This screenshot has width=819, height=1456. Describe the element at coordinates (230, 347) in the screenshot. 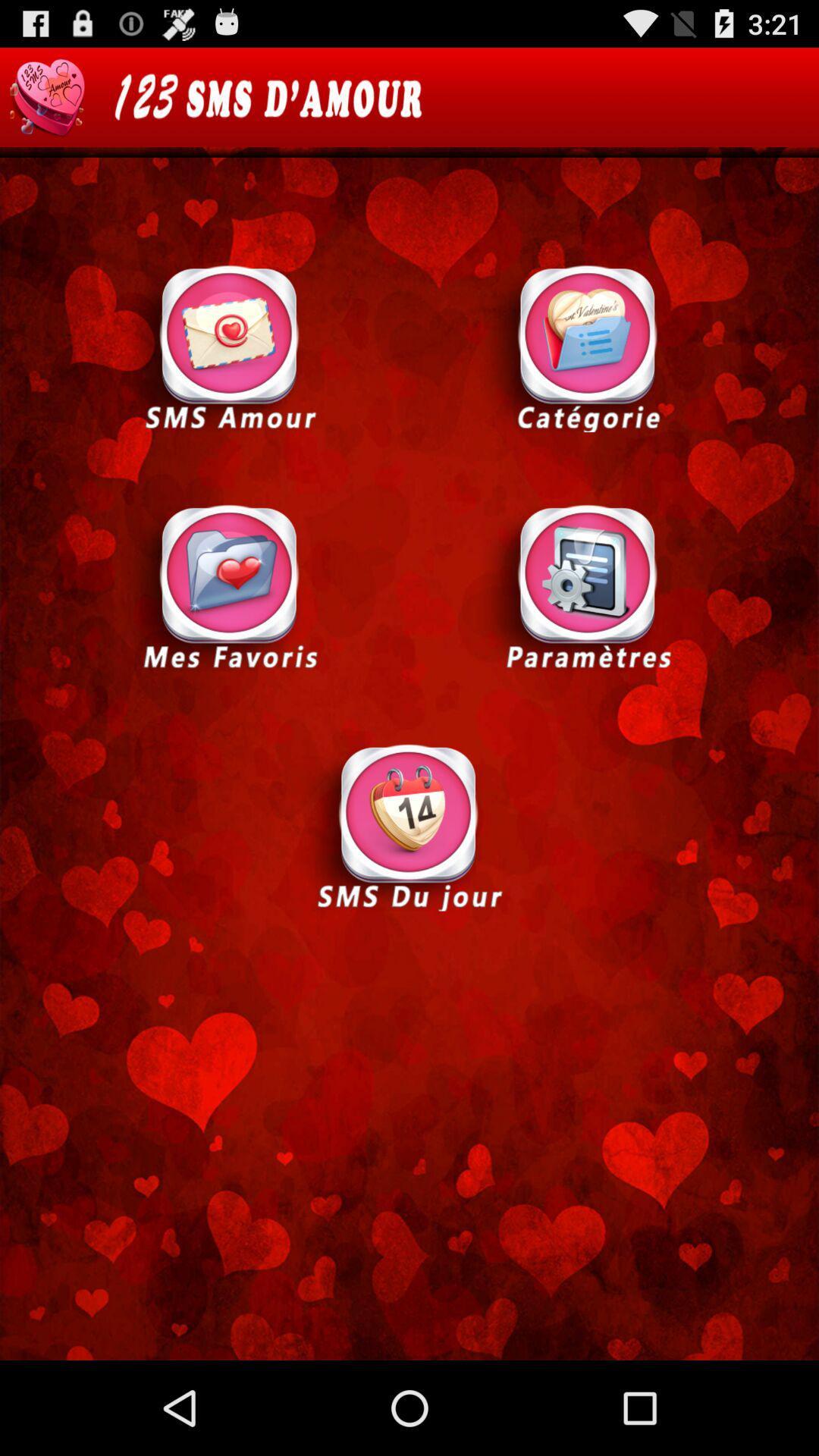

I see `the sms icon` at that location.